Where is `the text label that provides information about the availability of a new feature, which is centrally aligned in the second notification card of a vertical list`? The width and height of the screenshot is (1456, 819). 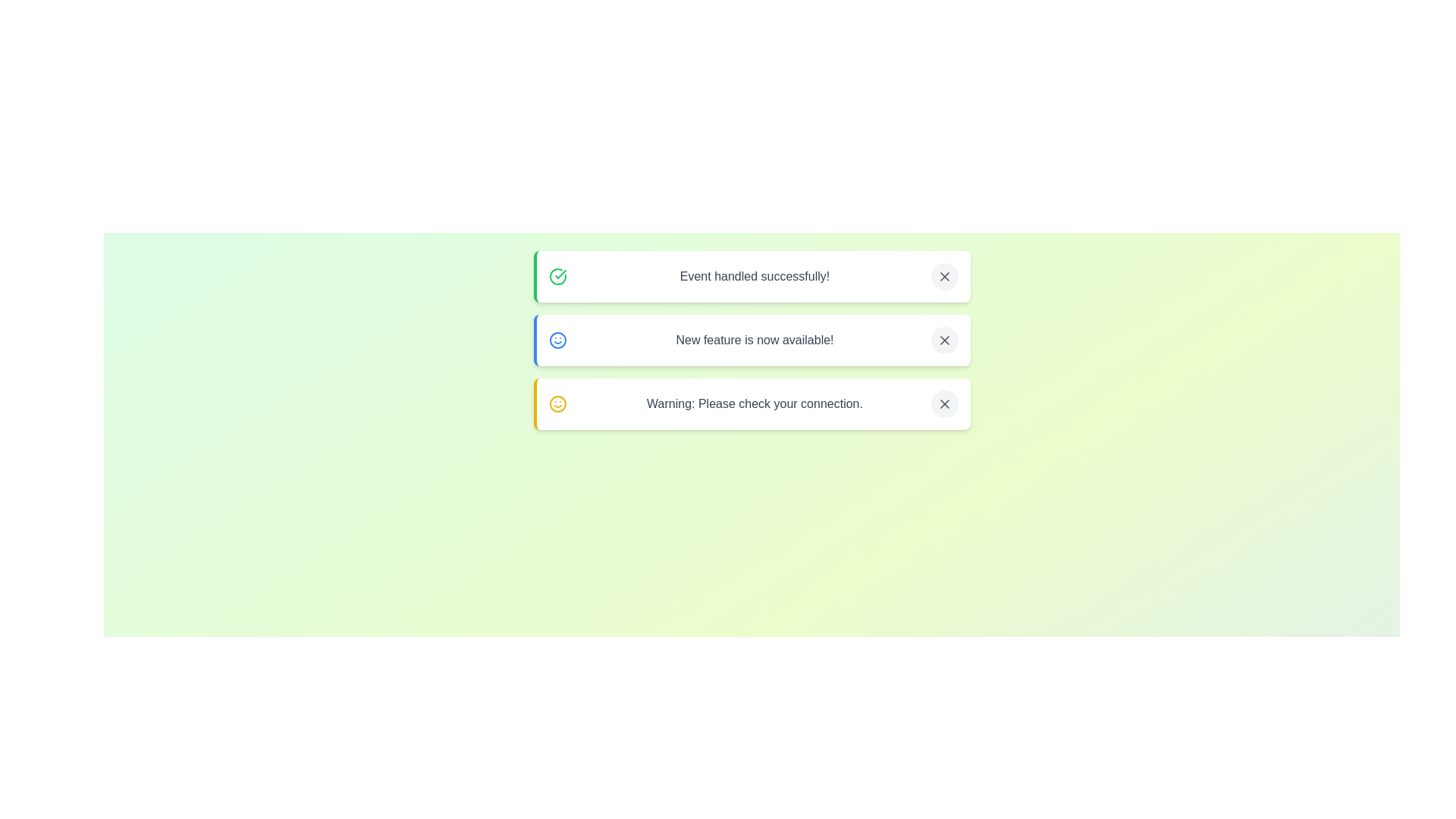 the text label that provides information about the availability of a new feature, which is centrally aligned in the second notification card of a vertical list is located at coordinates (755, 339).